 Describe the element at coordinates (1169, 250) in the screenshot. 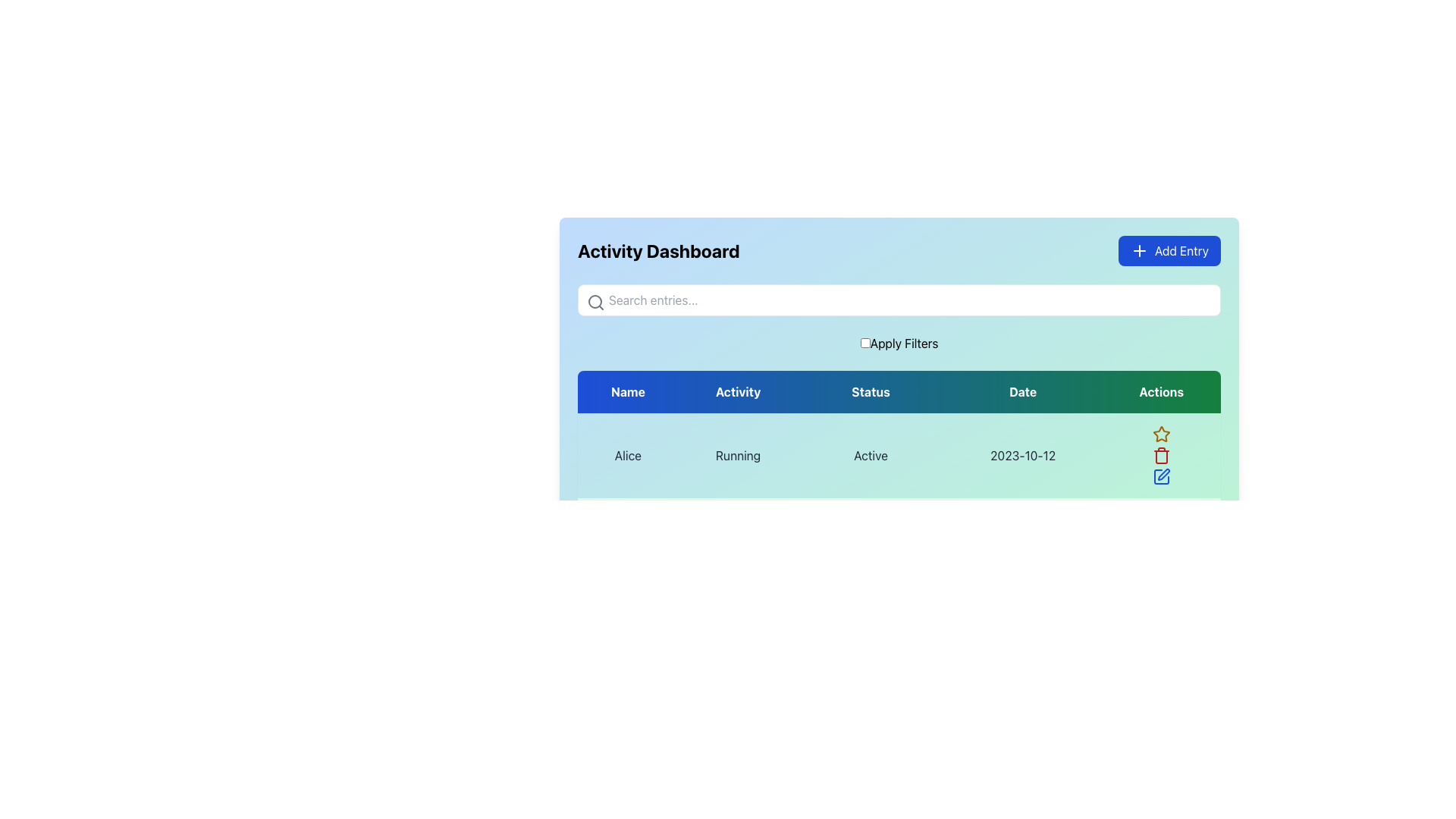

I see `the 'Add New Entry' button located in the upper right corner of the Activity Dashboard` at that location.